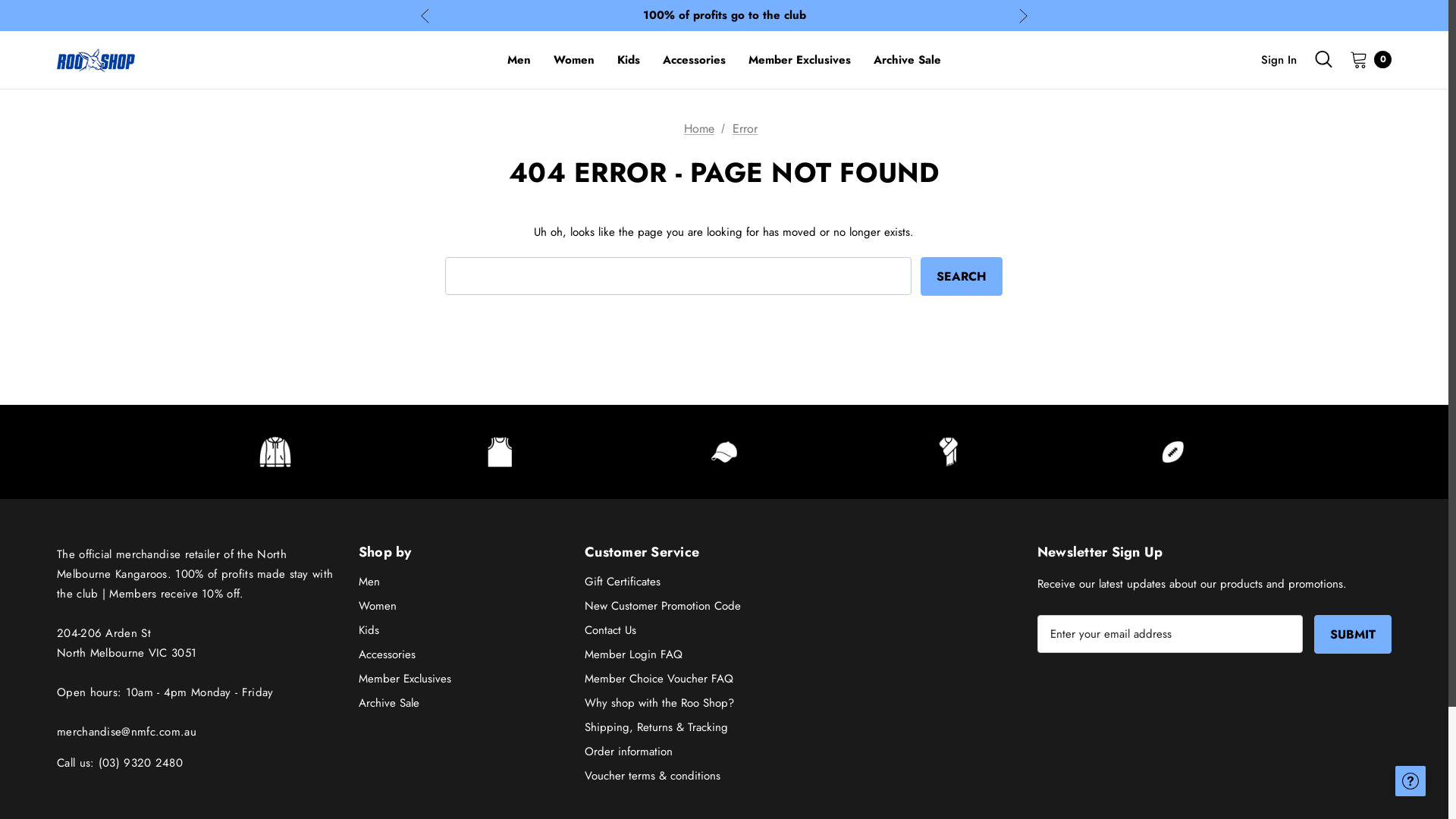 Image resolution: width=1456 pixels, height=819 pixels. I want to click on 'Error', so click(745, 127).